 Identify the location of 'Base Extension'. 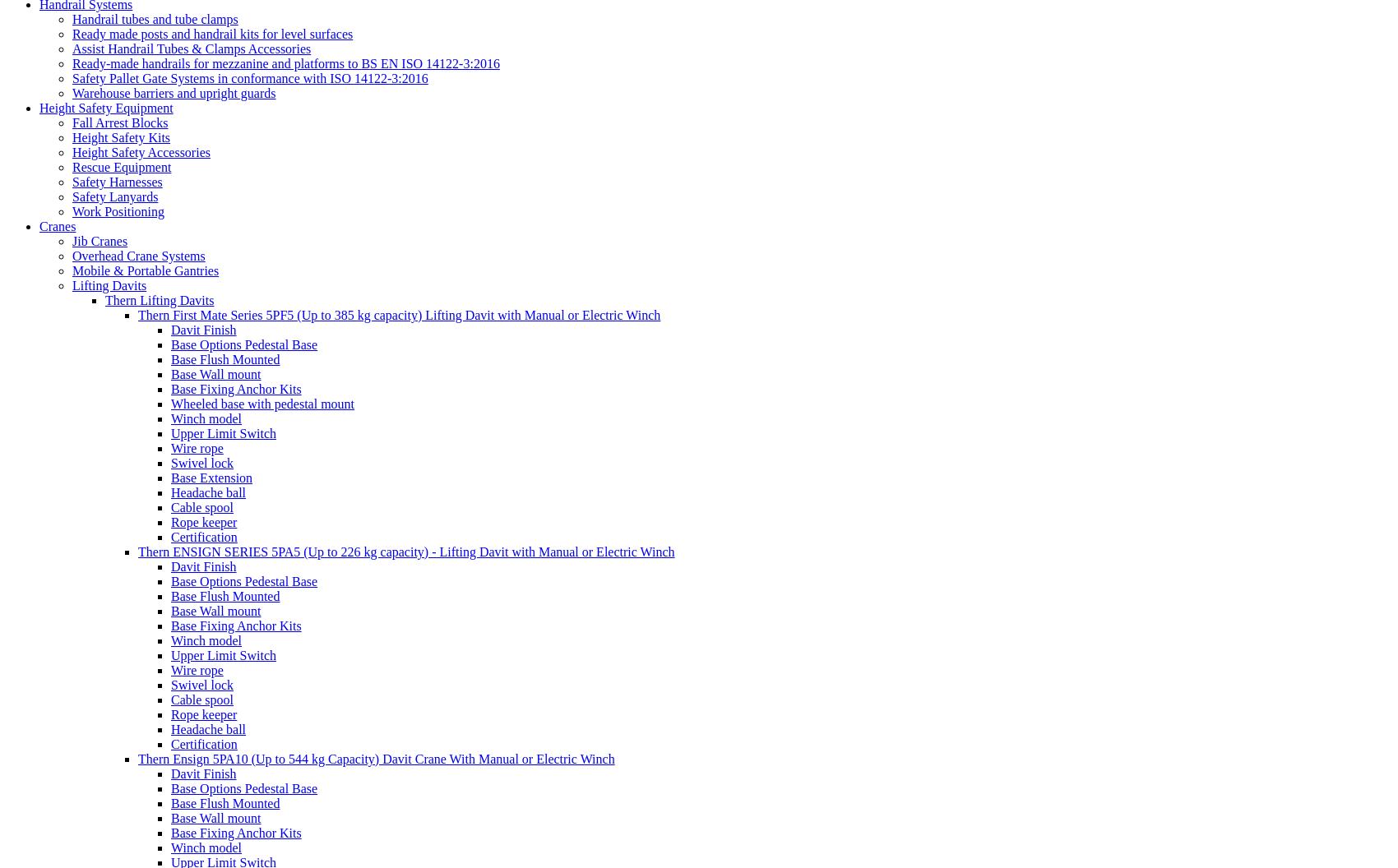
(211, 477).